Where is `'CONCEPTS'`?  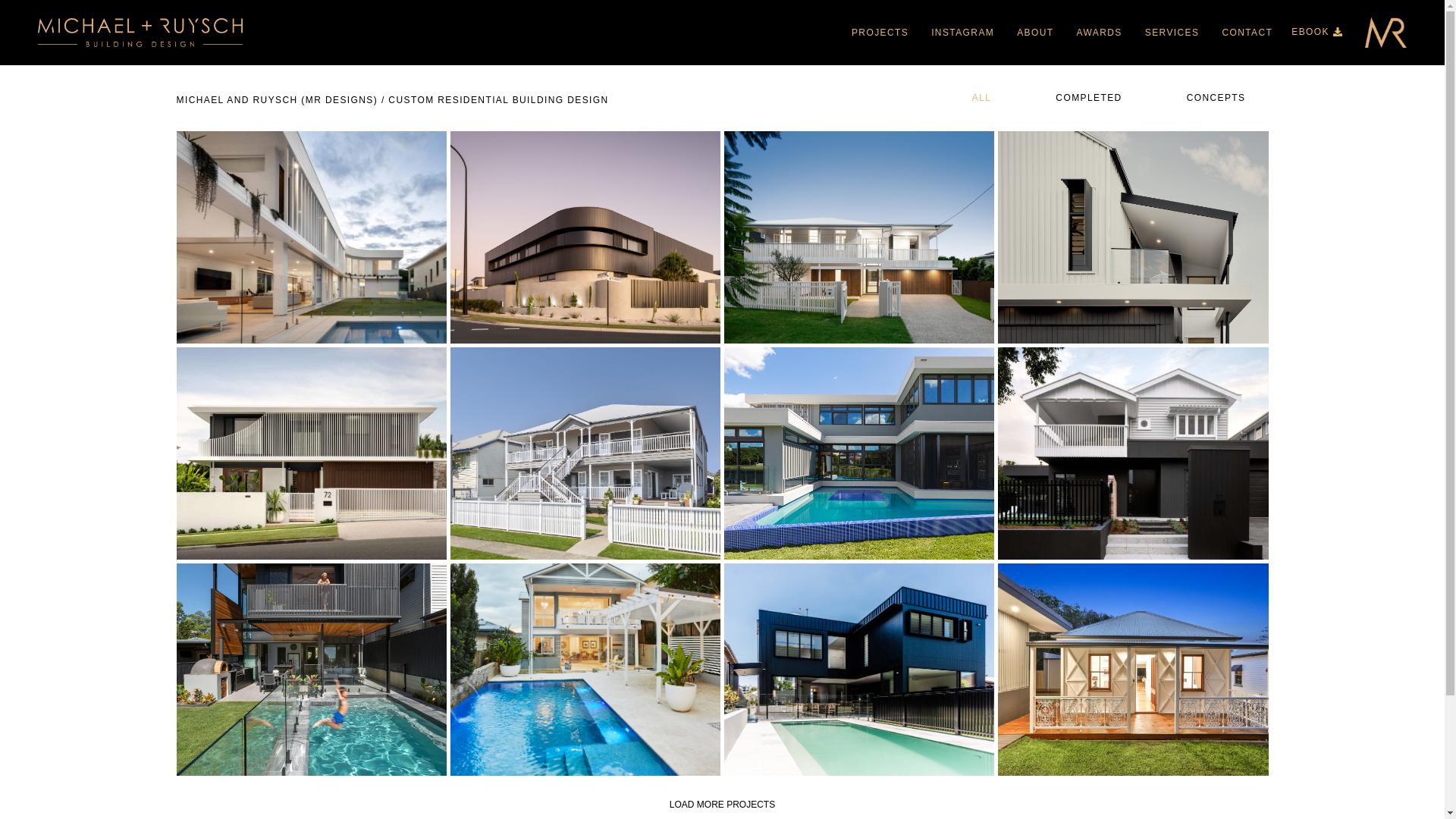 'CONCEPTS' is located at coordinates (1214, 99).